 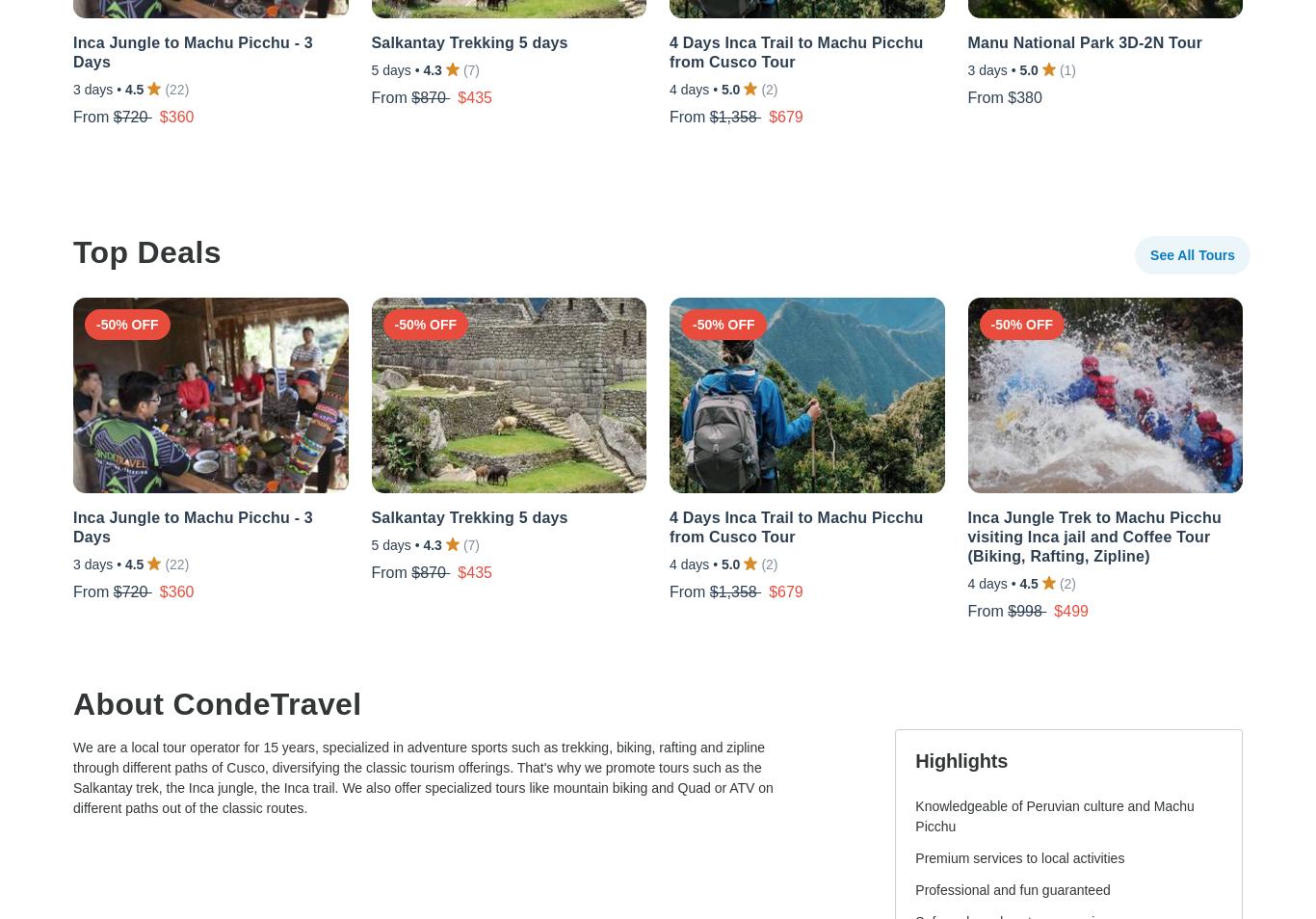 I want to click on 'About CondeTravel', so click(x=216, y=703).